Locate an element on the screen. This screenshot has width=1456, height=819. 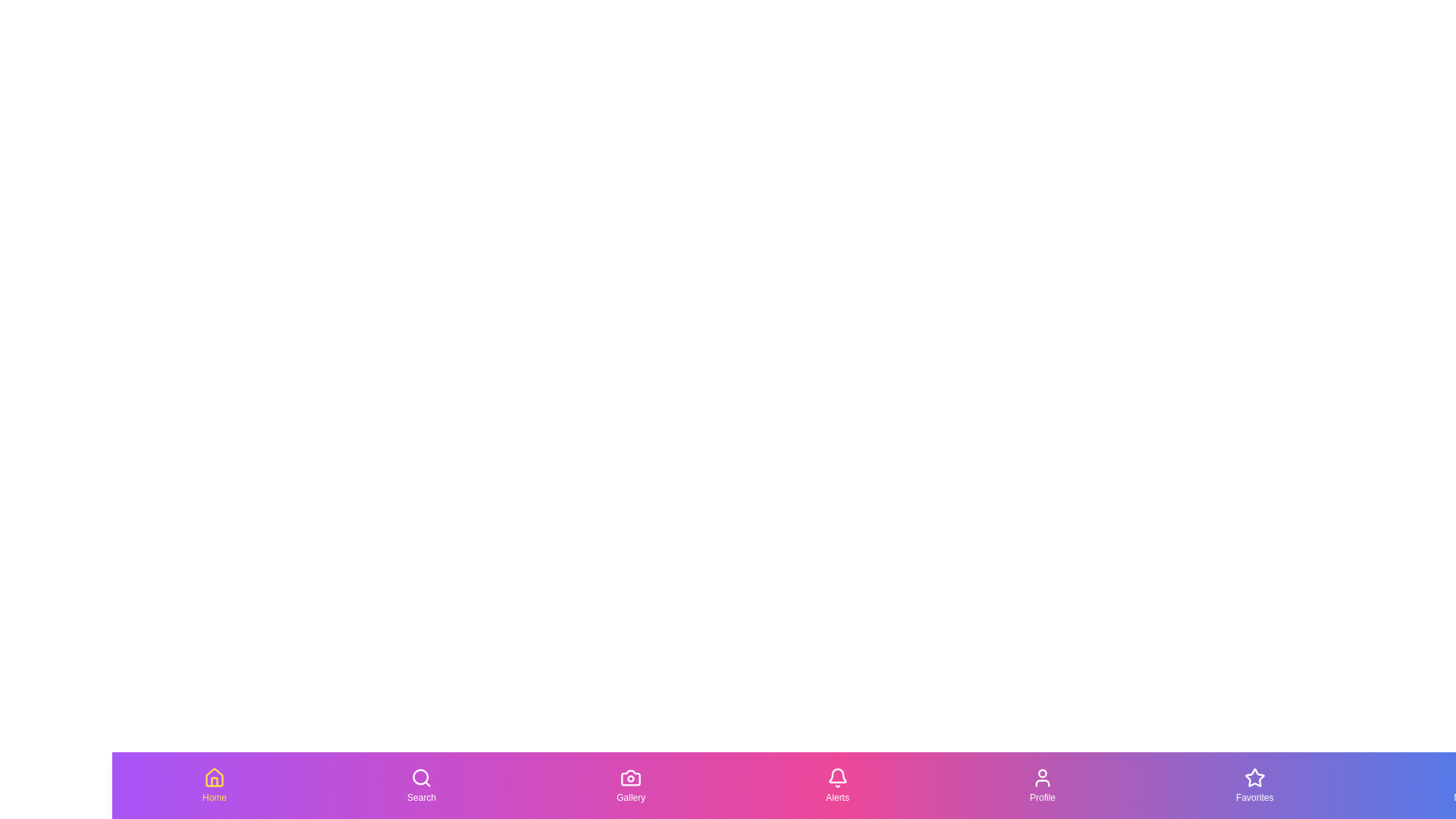
the Search tab by clicking on its button is located at coordinates (422, 785).